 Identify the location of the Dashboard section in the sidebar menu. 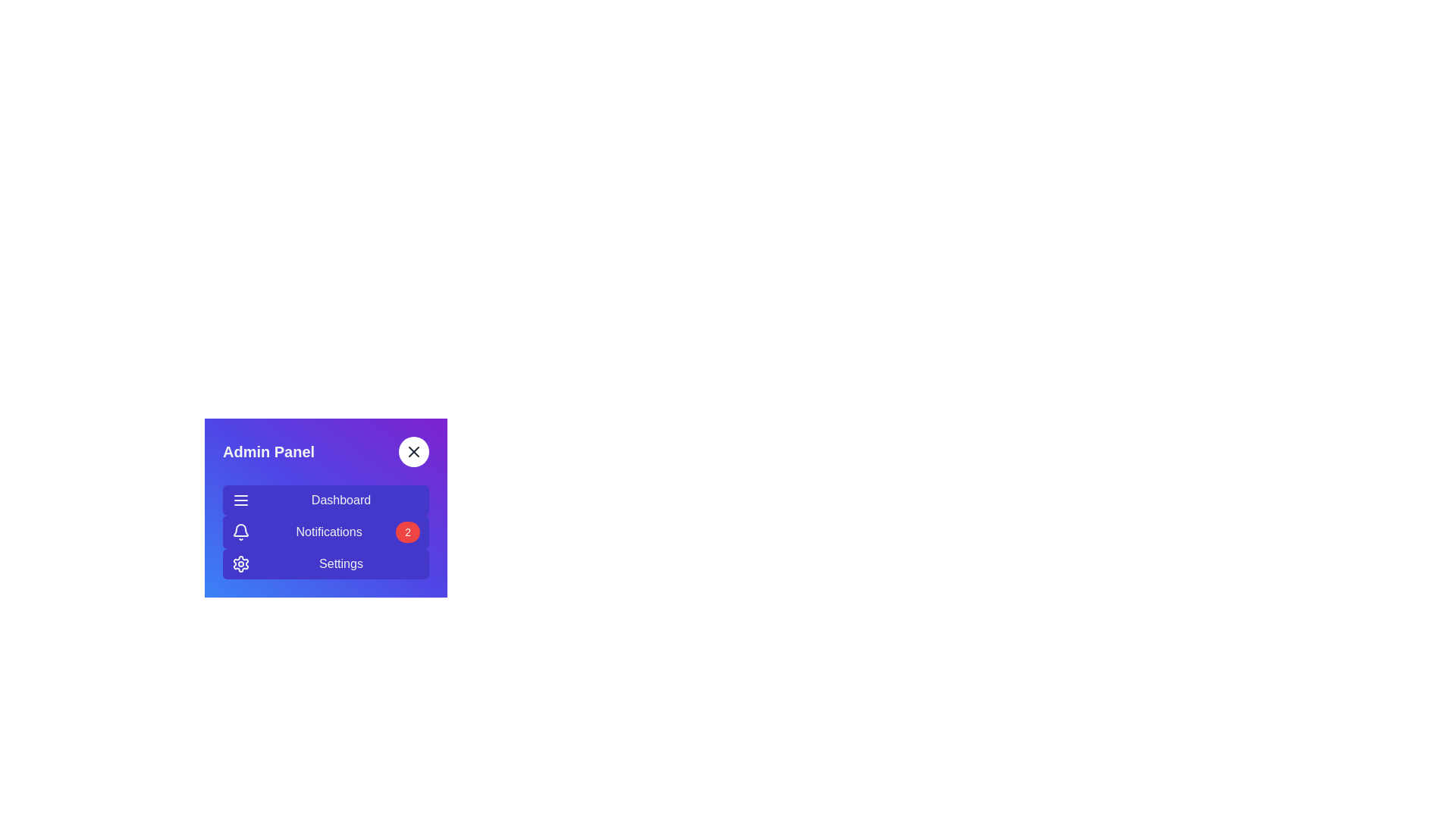
(325, 500).